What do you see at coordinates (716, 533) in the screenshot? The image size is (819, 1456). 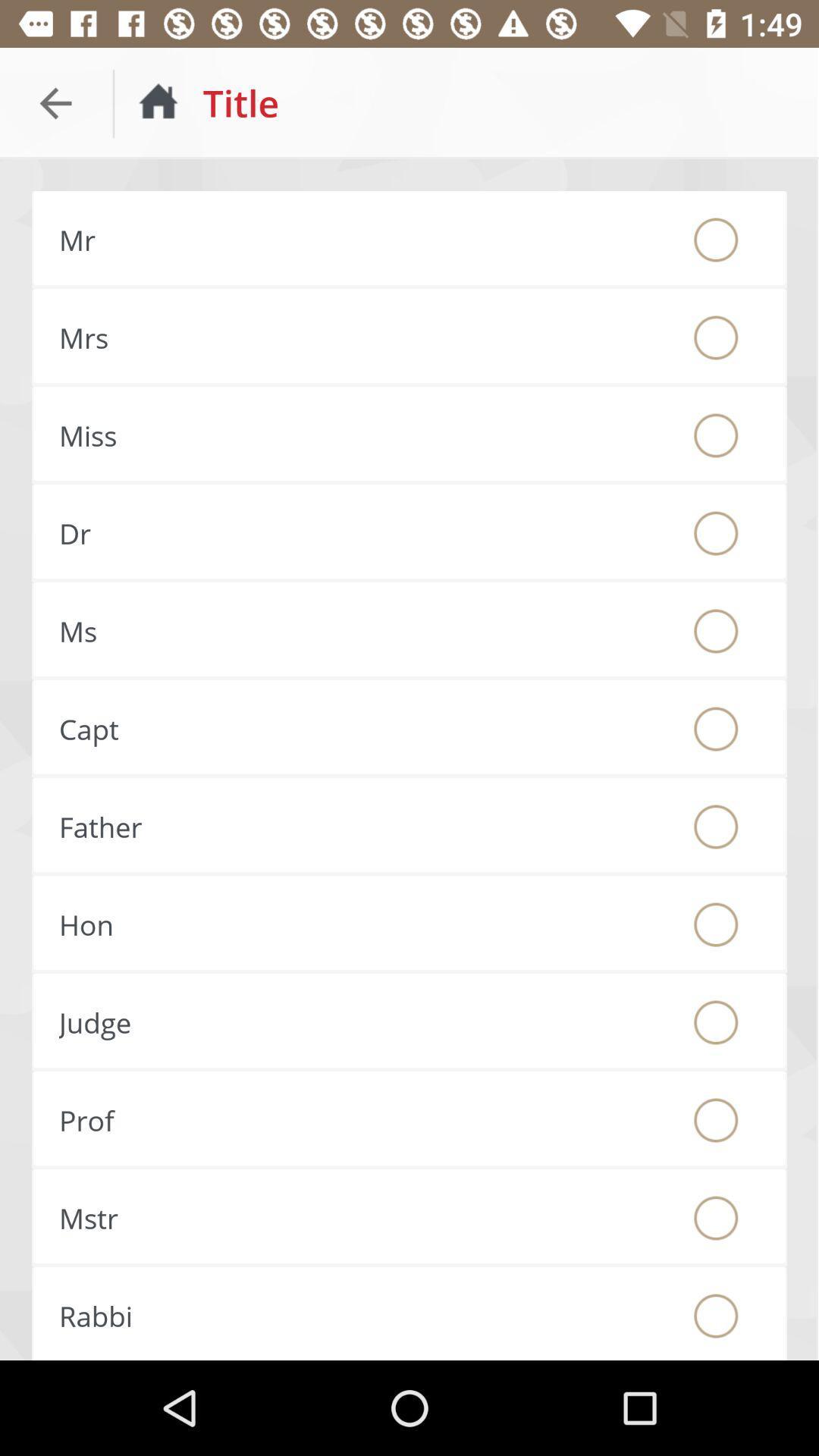 I see `dr title` at bounding box center [716, 533].